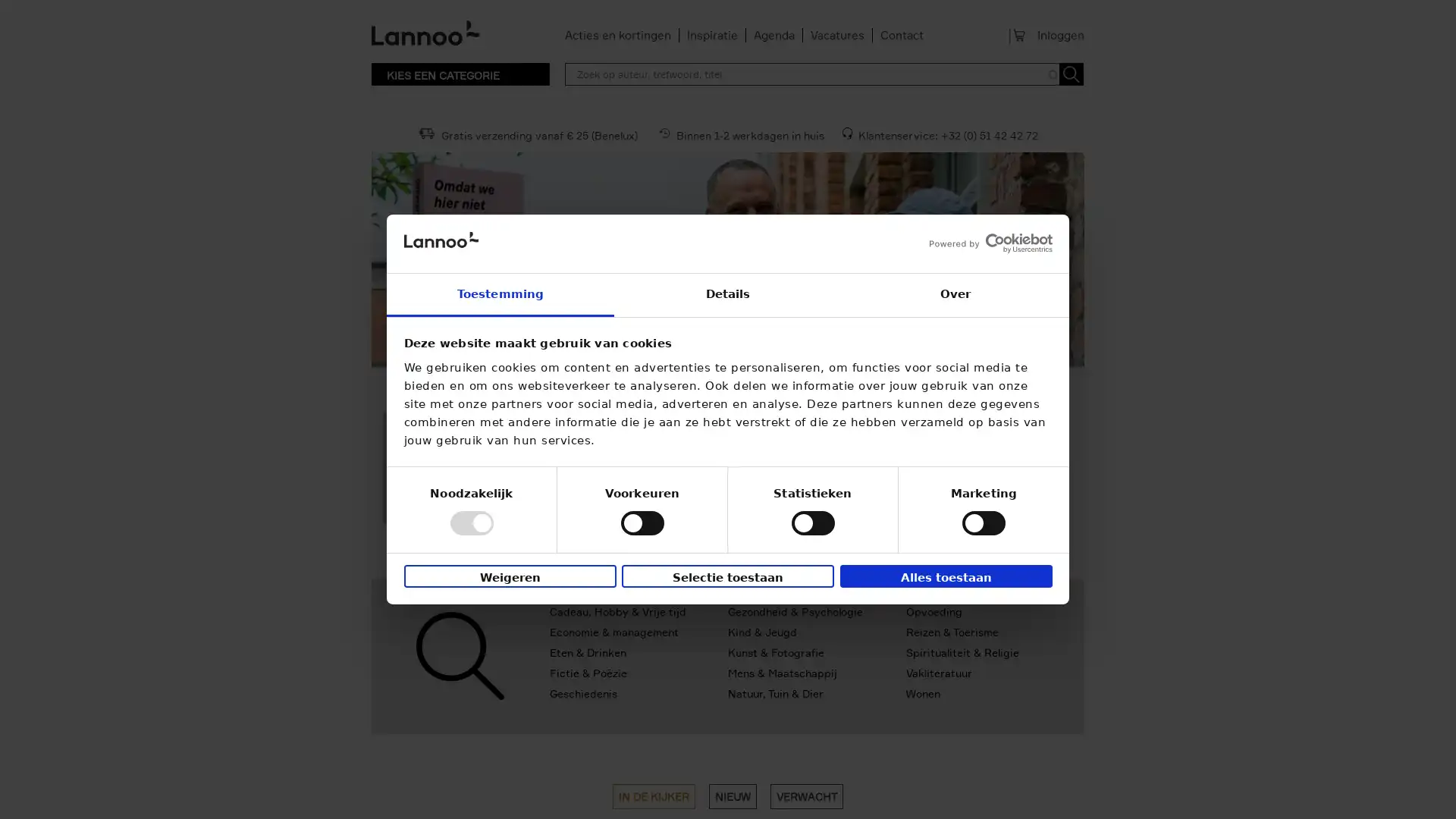  What do you see at coordinates (510, 576) in the screenshot?
I see `Weigeren` at bounding box center [510, 576].